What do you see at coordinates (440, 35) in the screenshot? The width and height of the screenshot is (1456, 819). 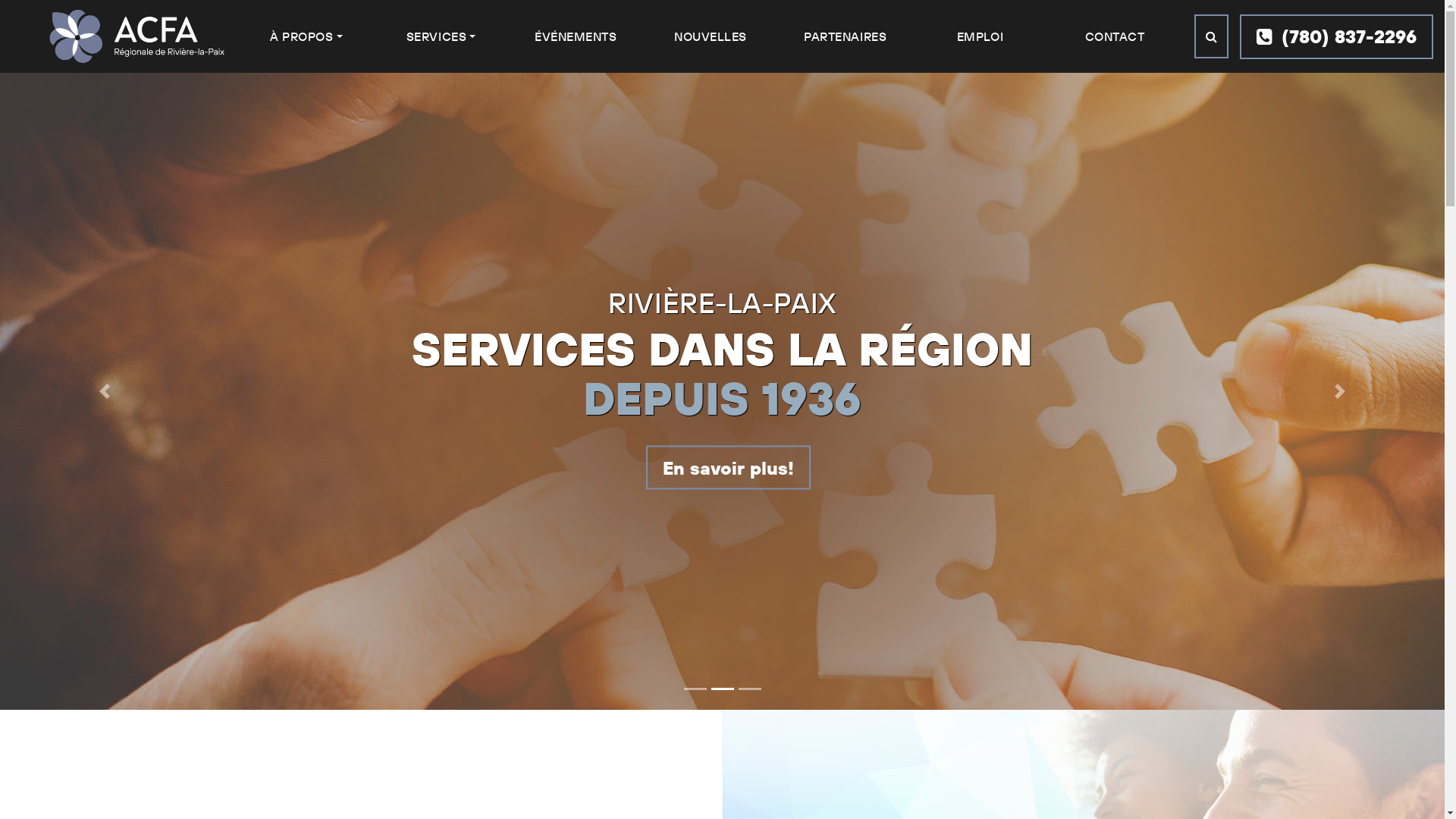 I see `'SERVICES'` at bounding box center [440, 35].